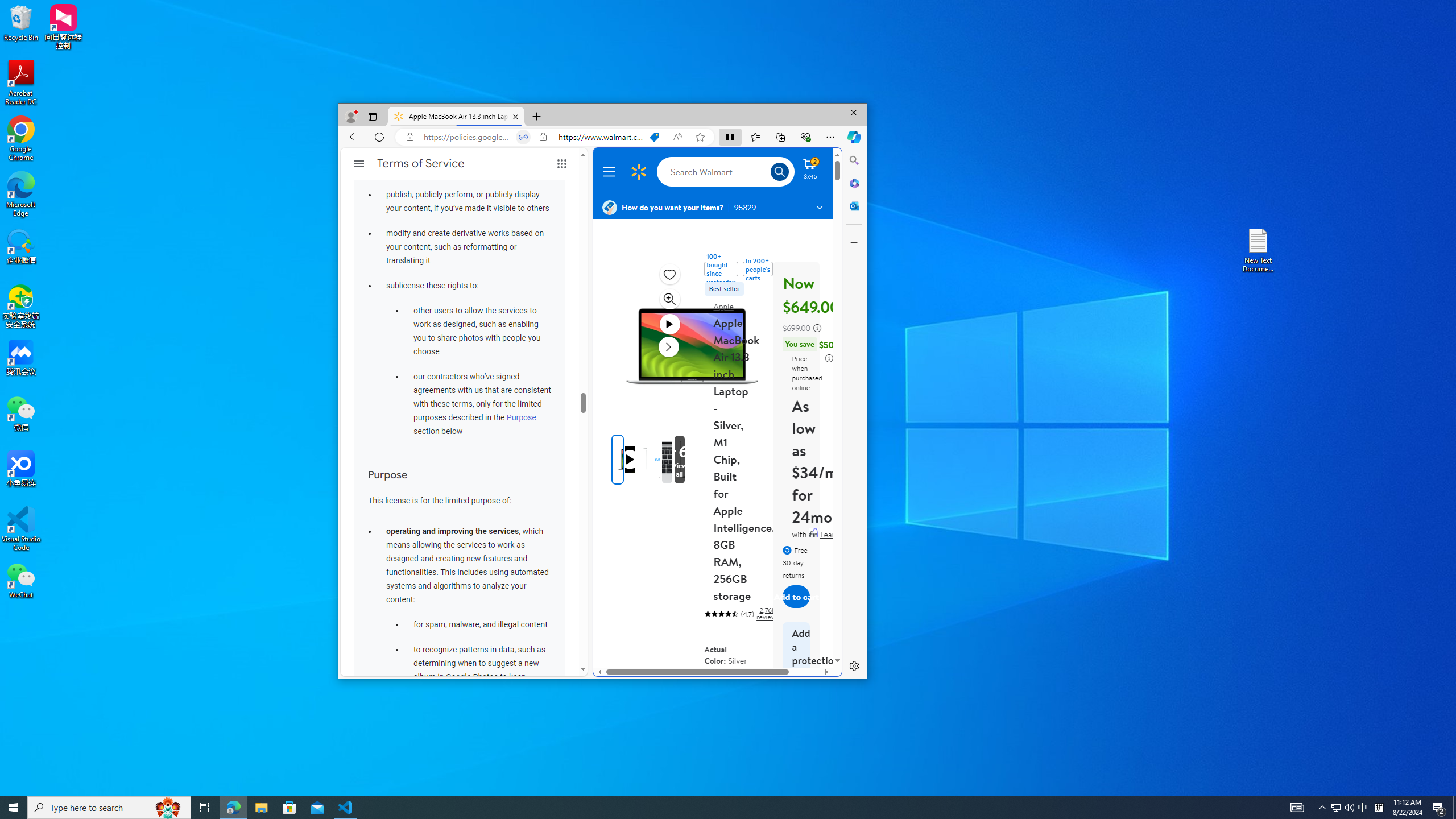 The height and width of the screenshot is (819, 1456). I want to click on 'WeChat', so click(20, 580).